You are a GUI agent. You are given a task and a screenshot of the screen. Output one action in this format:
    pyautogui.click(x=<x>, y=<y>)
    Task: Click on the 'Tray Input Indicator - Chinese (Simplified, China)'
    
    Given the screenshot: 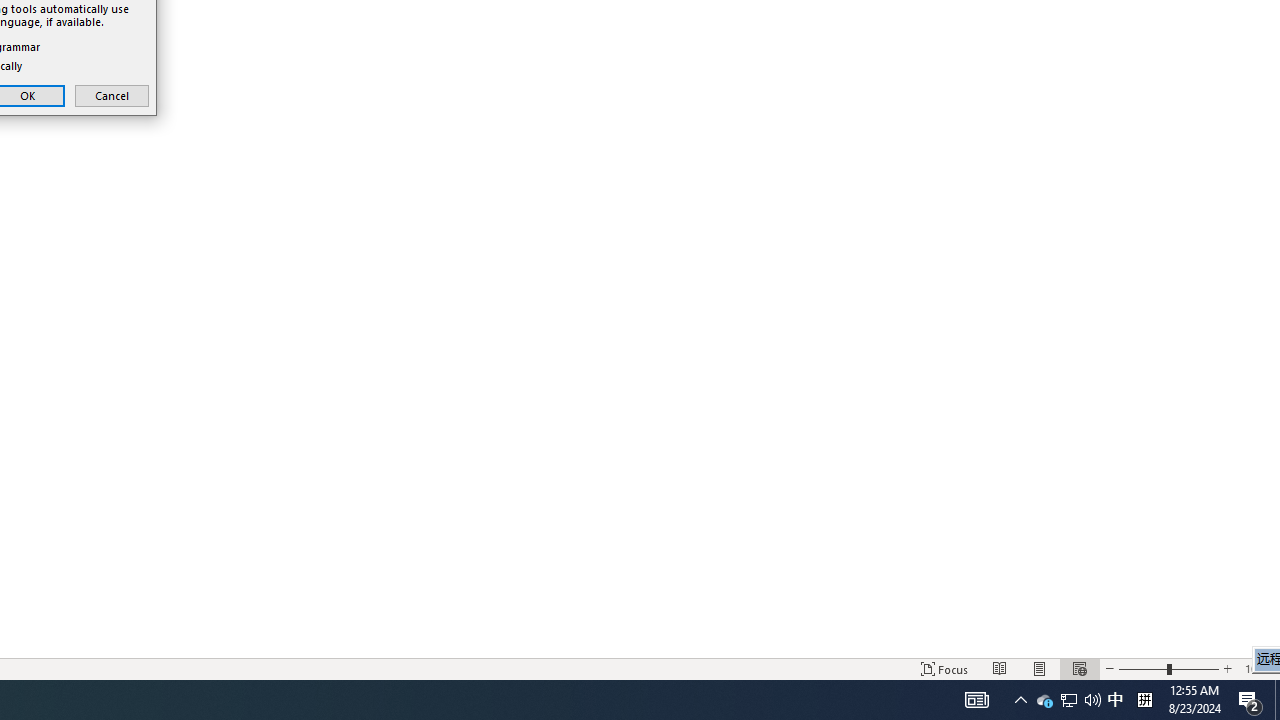 What is the action you would take?
    pyautogui.click(x=1144, y=698)
    